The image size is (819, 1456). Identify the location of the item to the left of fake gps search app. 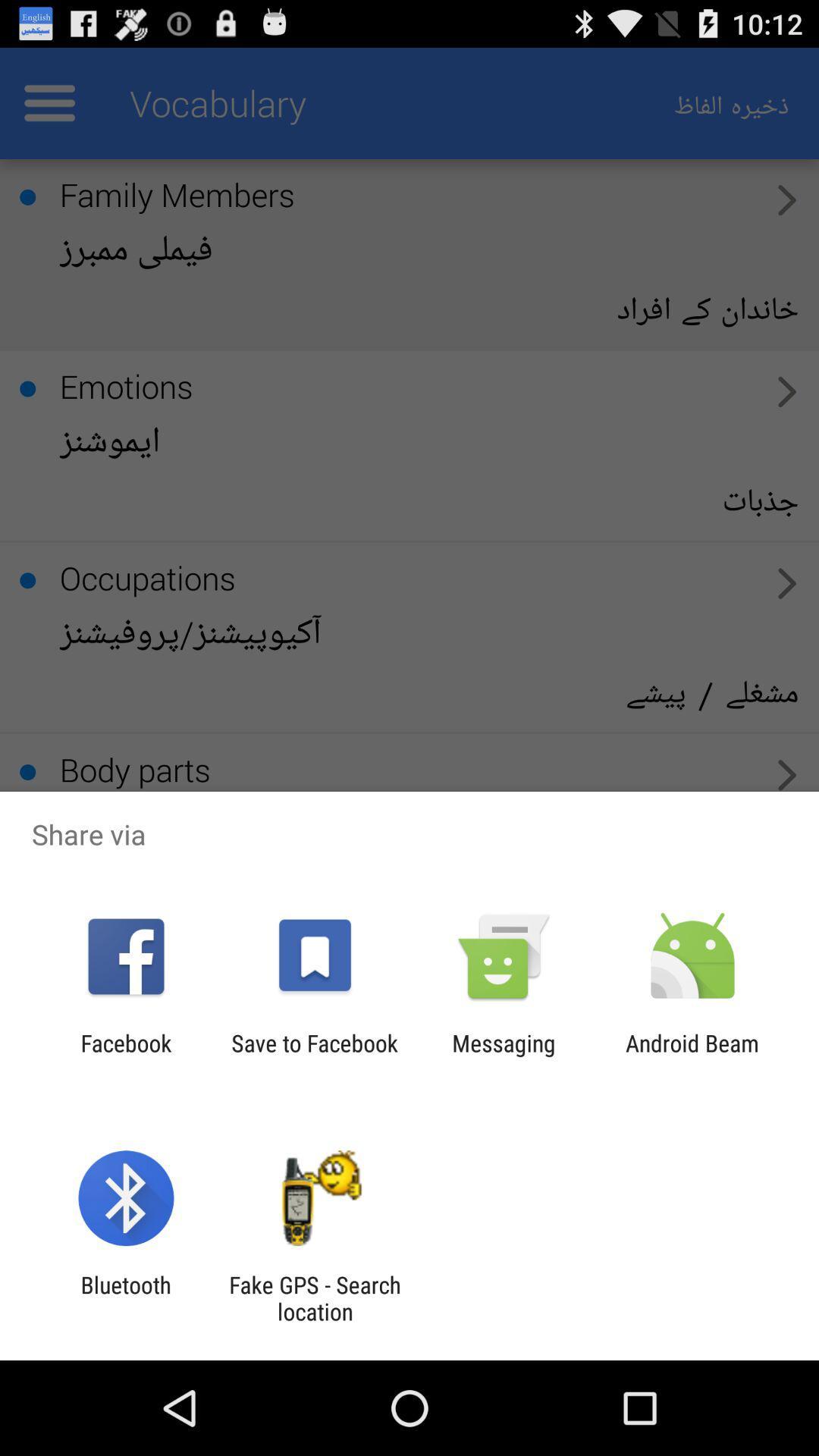
(125, 1298).